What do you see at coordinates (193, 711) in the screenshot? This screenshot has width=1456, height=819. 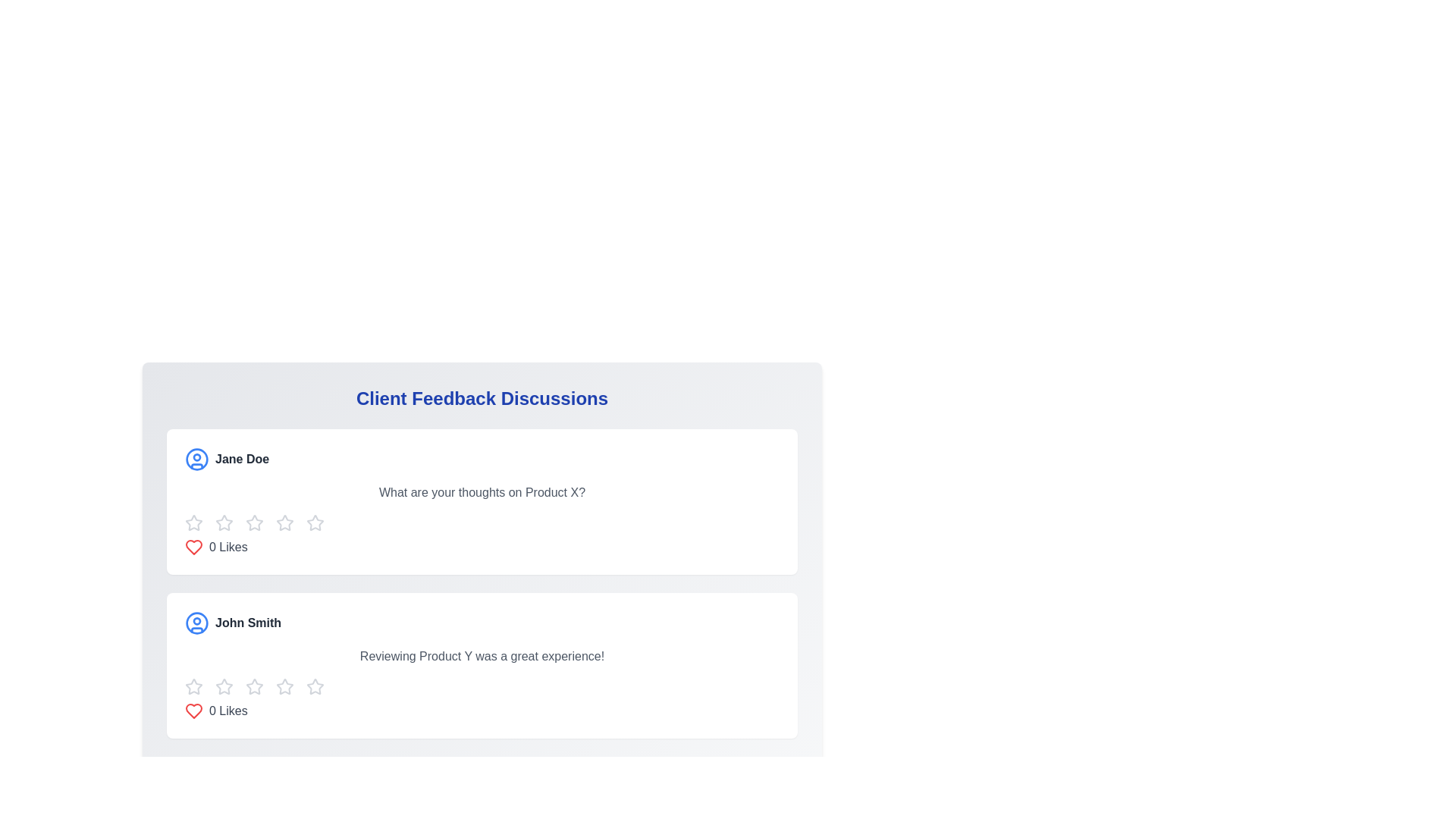 I see `the red heart-shaped icon button located in the lower-left side of the feedback card for user 'John Smith' to like the comment` at bounding box center [193, 711].